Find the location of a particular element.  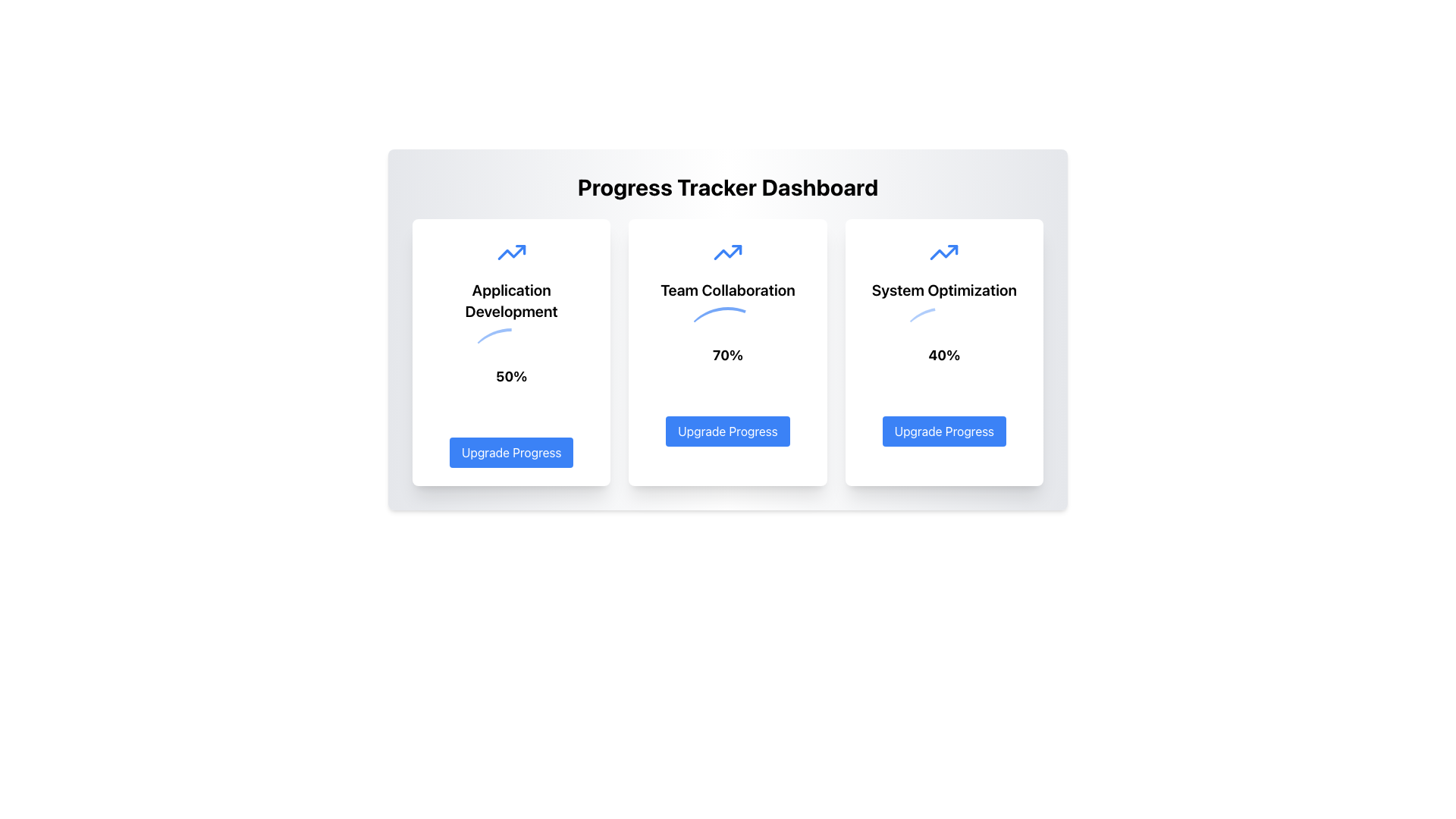

the blue button labeled 'Upgrade Progress' located at the bottom of the leftmost white card to initiate the upgrade is located at coordinates (511, 452).